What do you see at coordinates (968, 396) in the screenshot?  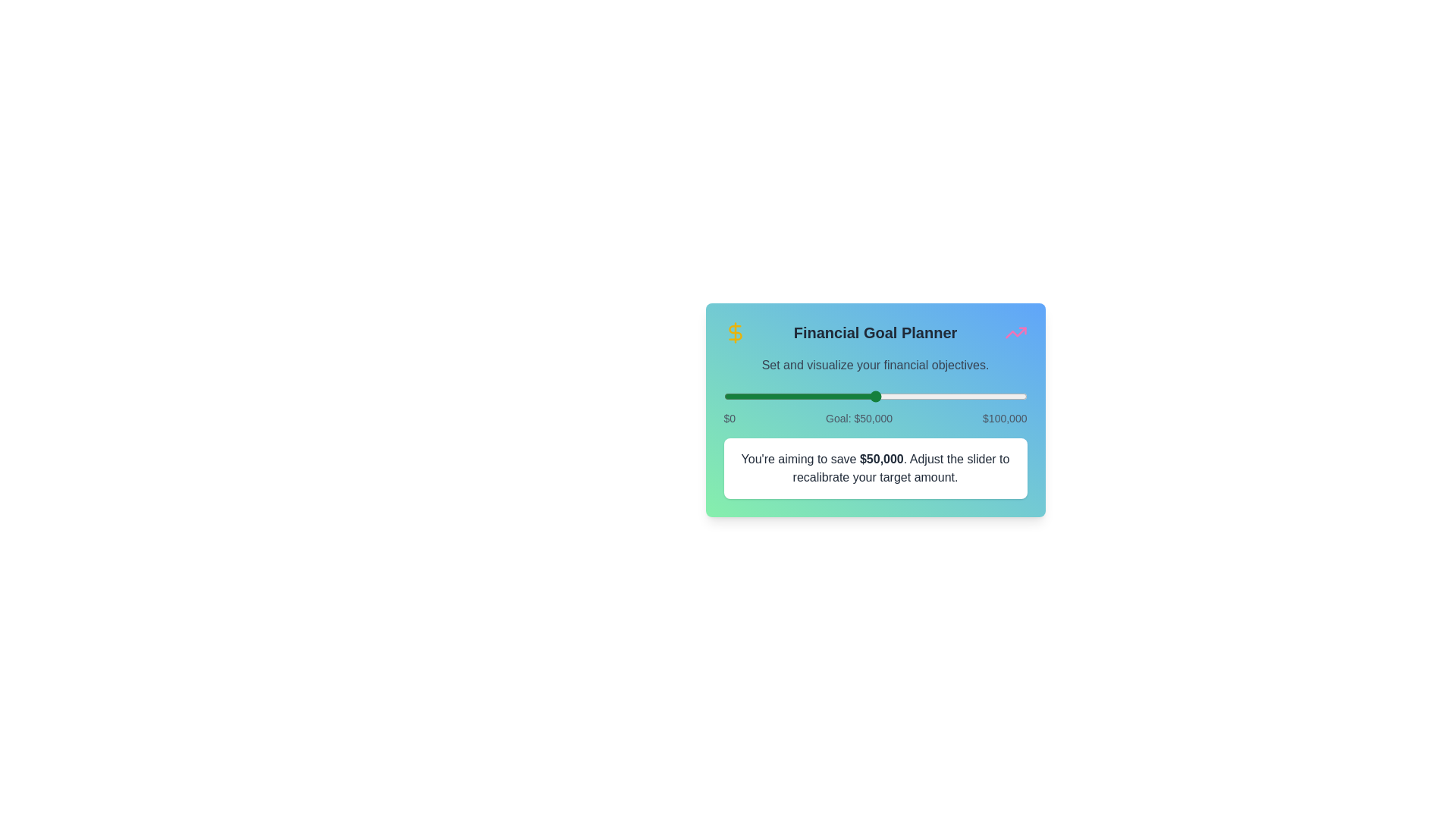 I see `the slider to set the financial goal to 80942 dollars` at bounding box center [968, 396].